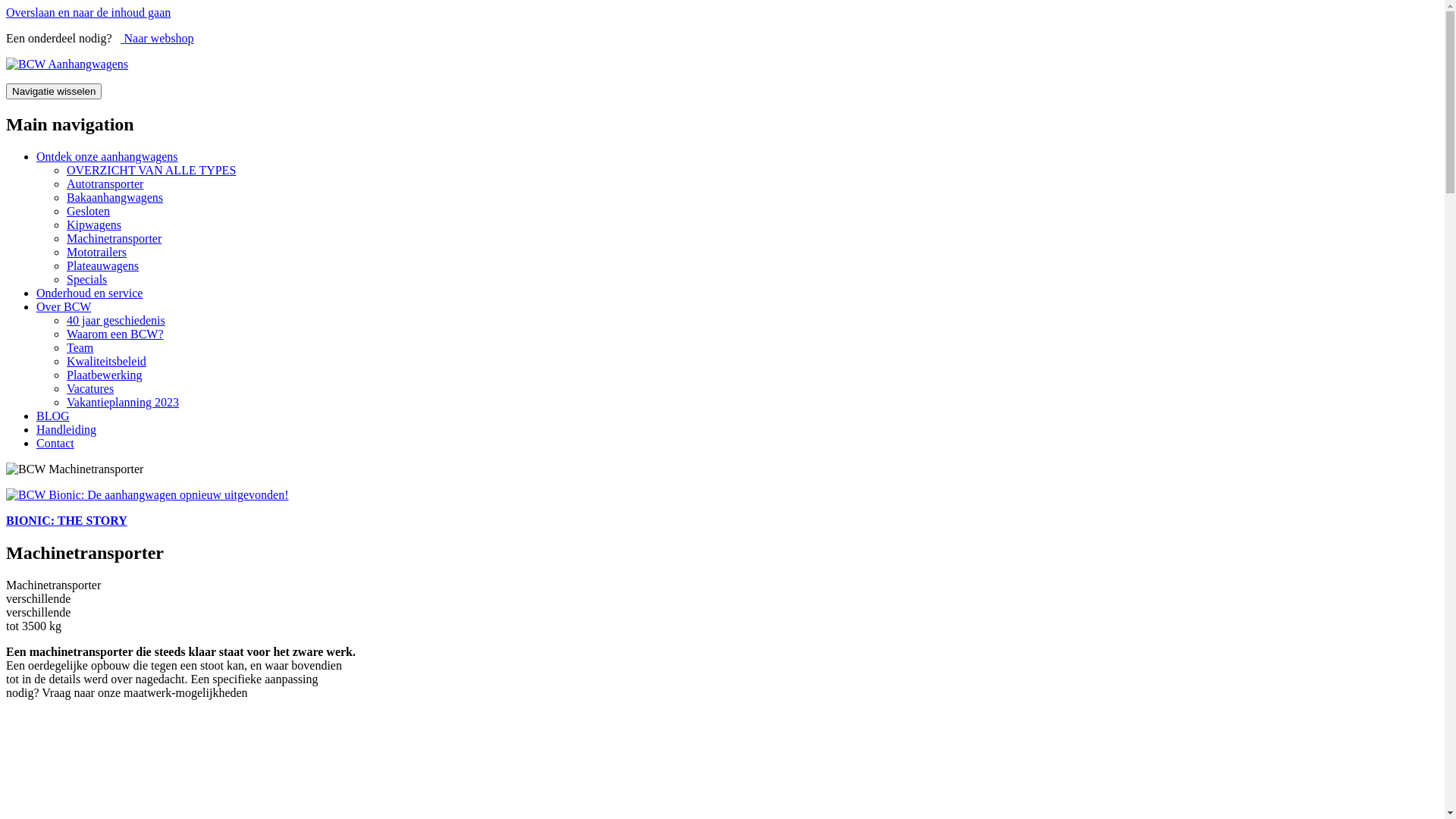 This screenshot has height=819, width=1456. What do you see at coordinates (115, 333) in the screenshot?
I see `'Waarom een BCW?'` at bounding box center [115, 333].